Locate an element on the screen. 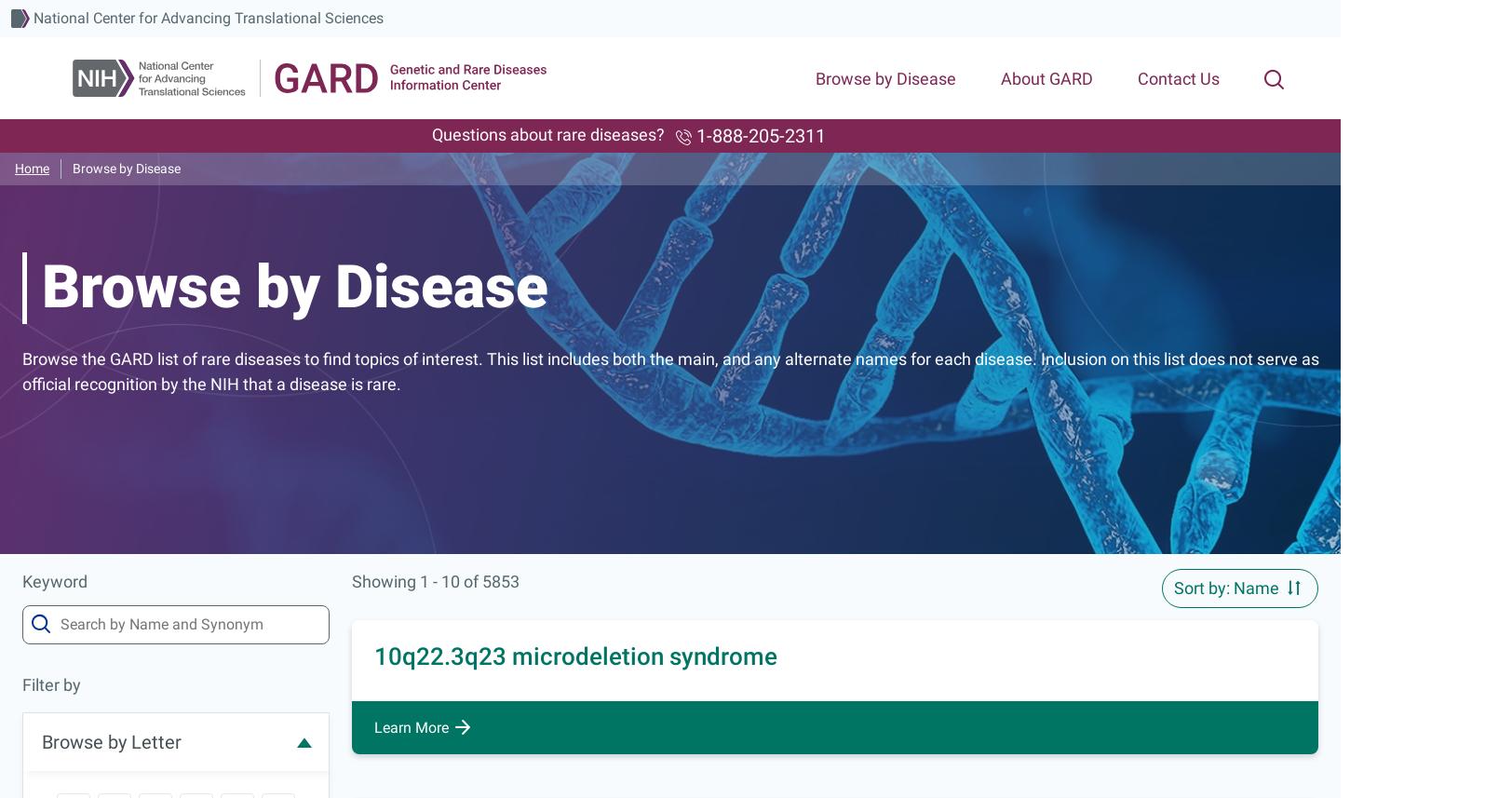 The width and height of the screenshot is (1512, 798). 'About GARD' is located at coordinates (1000, 77).